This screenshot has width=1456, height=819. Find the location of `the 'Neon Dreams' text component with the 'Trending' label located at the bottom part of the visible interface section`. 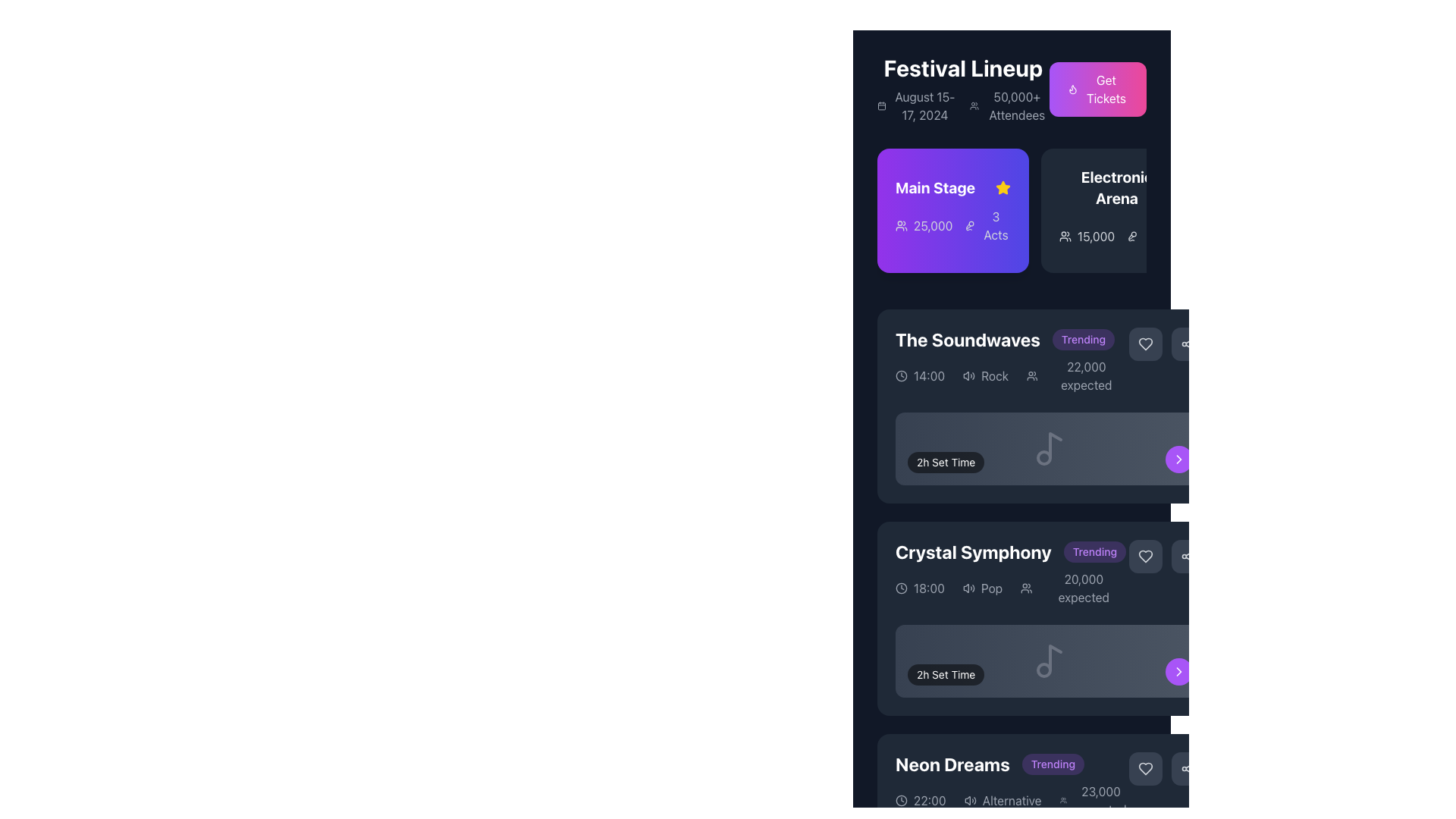

the 'Neon Dreams' text component with the 'Trending' label located at the bottom part of the visible interface section is located at coordinates (1012, 764).